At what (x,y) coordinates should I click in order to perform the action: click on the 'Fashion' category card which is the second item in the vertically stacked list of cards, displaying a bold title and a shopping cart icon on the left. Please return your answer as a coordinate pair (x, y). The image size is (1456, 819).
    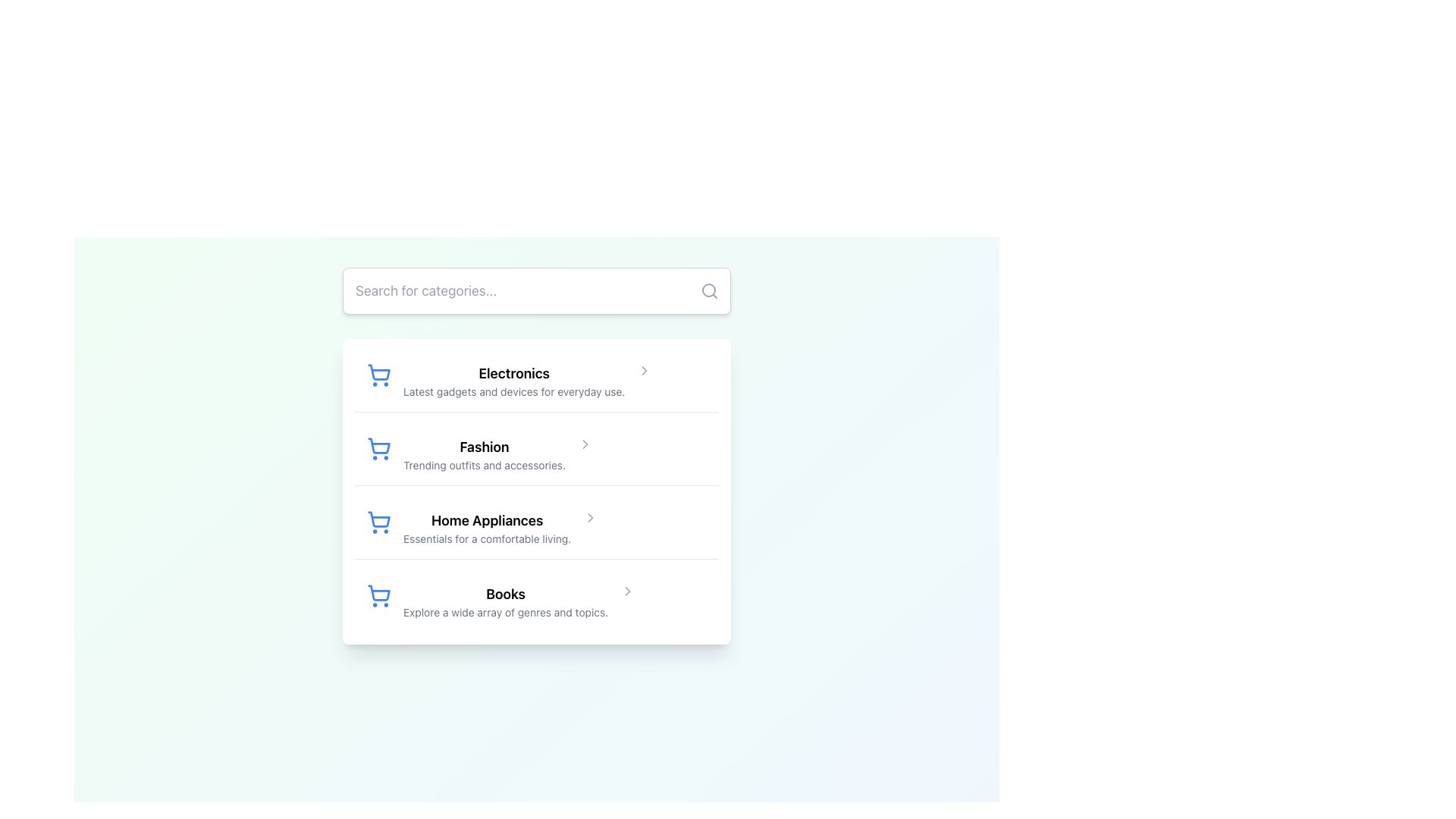
    Looking at the image, I should click on (537, 454).